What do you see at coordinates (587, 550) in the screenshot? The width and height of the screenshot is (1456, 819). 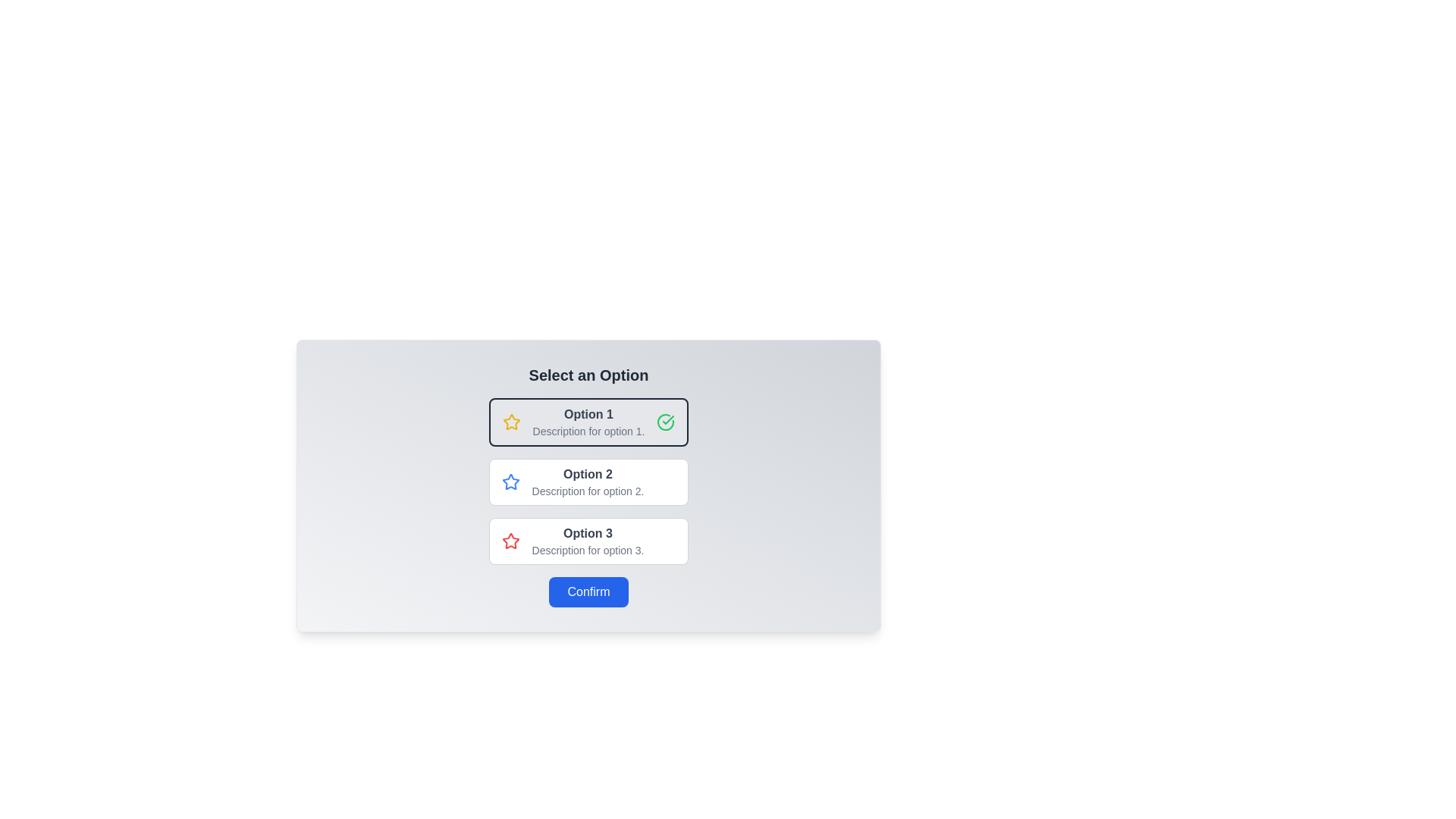 I see `text displayed in the smaller, gray, serif font located directly underneath the 'Option 3' label within the third option card` at bounding box center [587, 550].